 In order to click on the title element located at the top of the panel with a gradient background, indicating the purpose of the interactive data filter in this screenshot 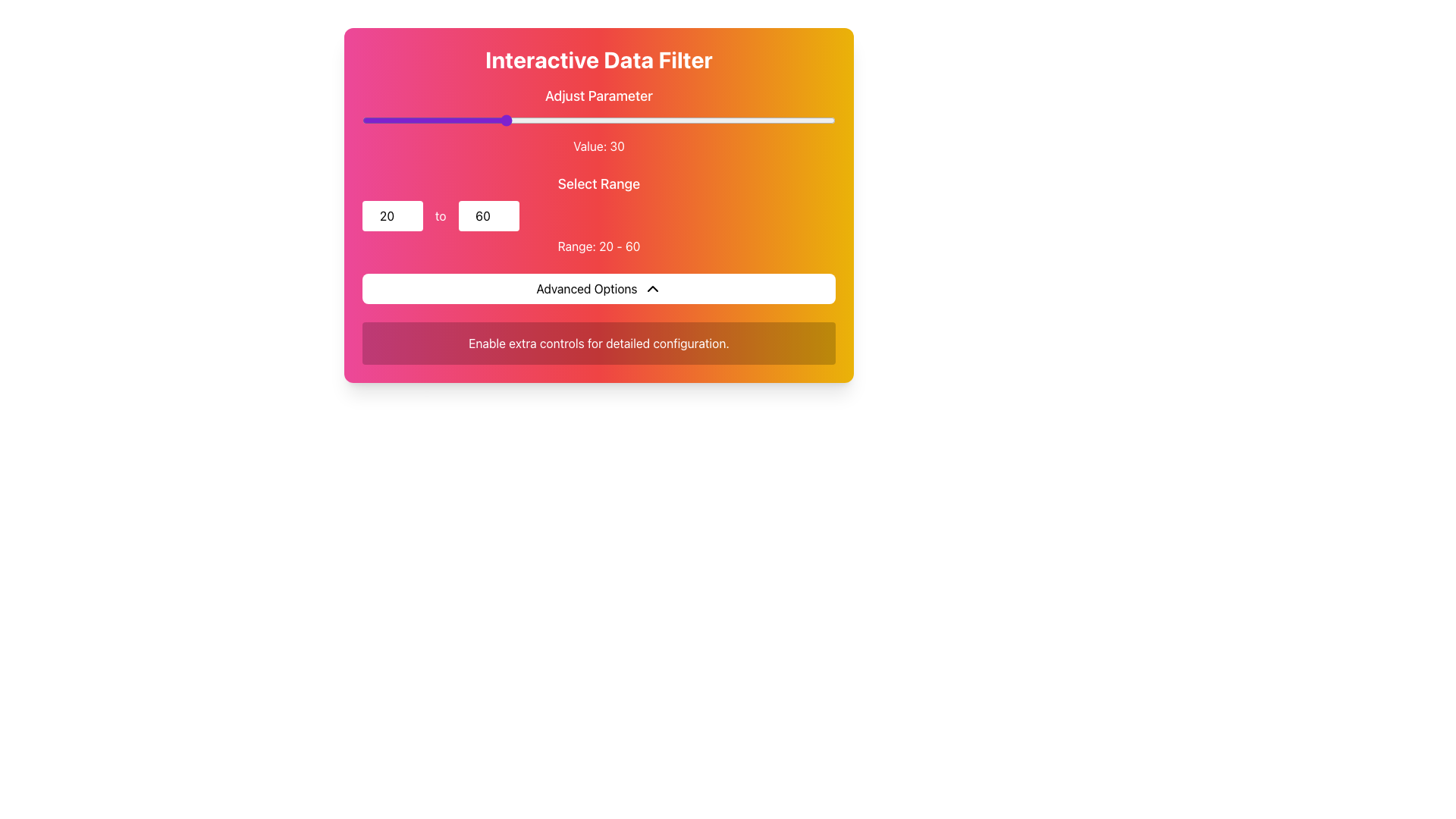, I will do `click(598, 58)`.